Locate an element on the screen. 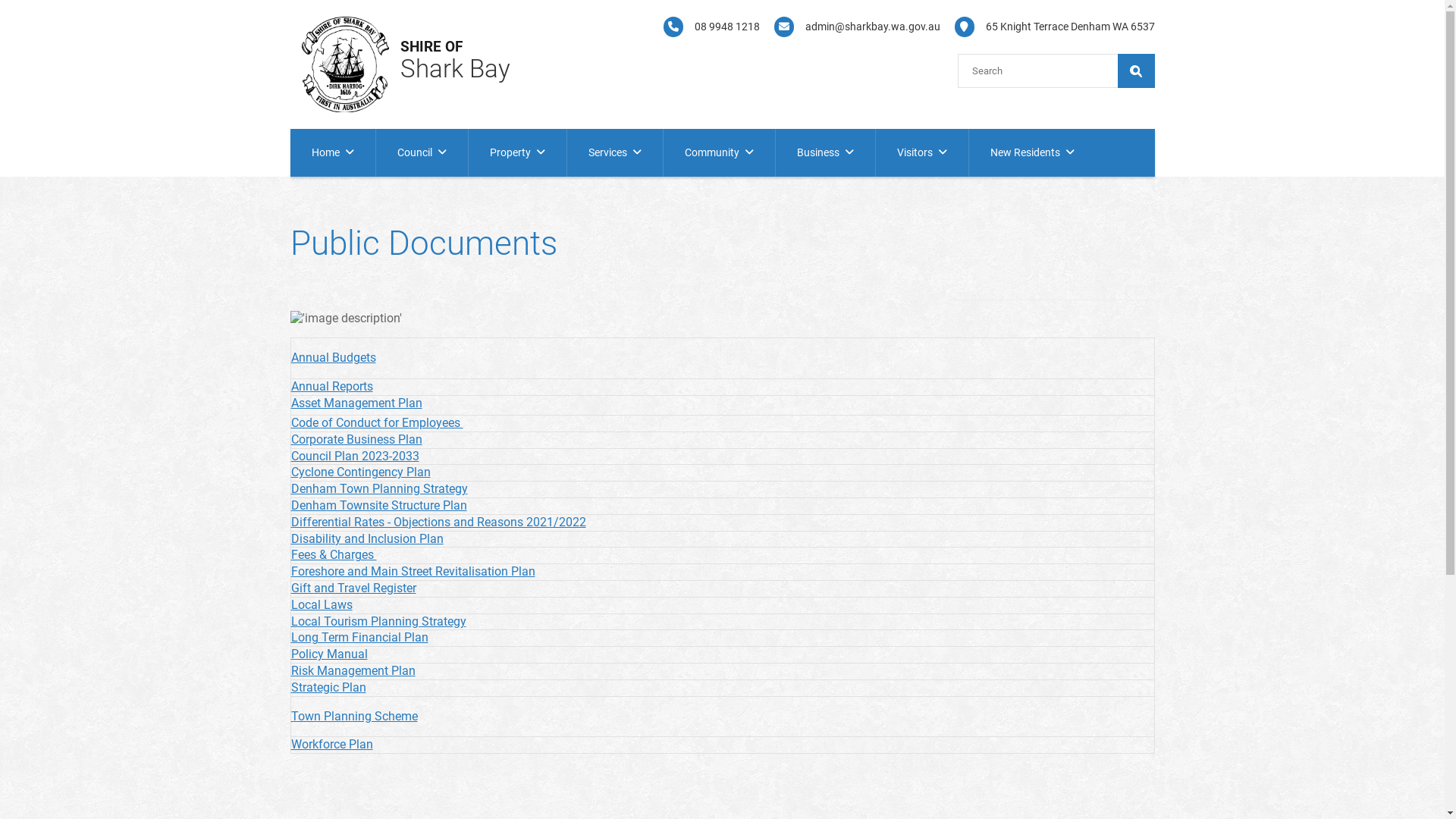 The image size is (1456, 819). 'Local Laws' is located at coordinates (321, 604).